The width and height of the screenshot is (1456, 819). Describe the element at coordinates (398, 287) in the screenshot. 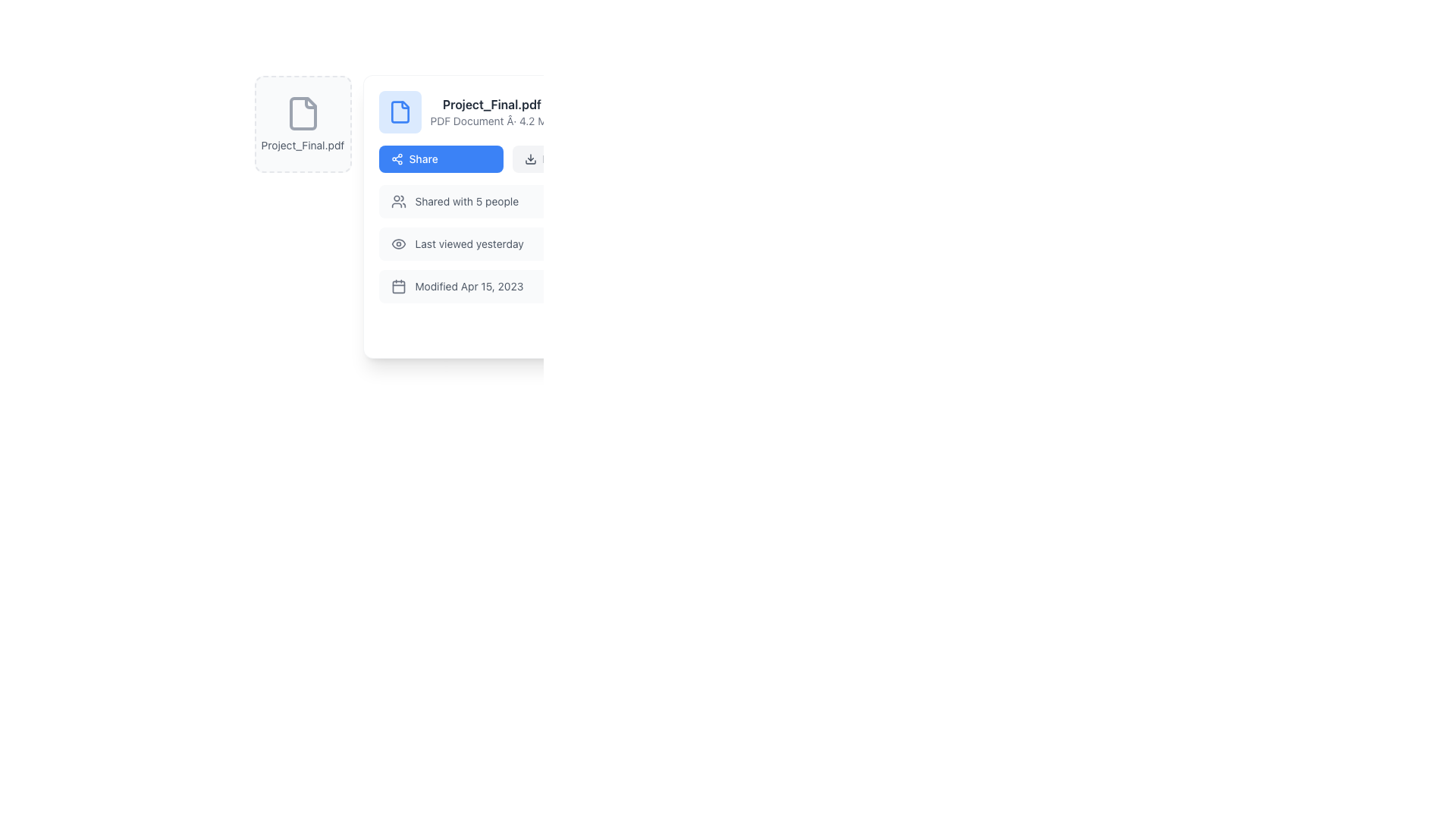

I see `the calendar icon, which is styled with an outlined graphic and positioned to the left of the 'Modified Apr 15, 2023' text, to possibly reveal tooltips` at that location.